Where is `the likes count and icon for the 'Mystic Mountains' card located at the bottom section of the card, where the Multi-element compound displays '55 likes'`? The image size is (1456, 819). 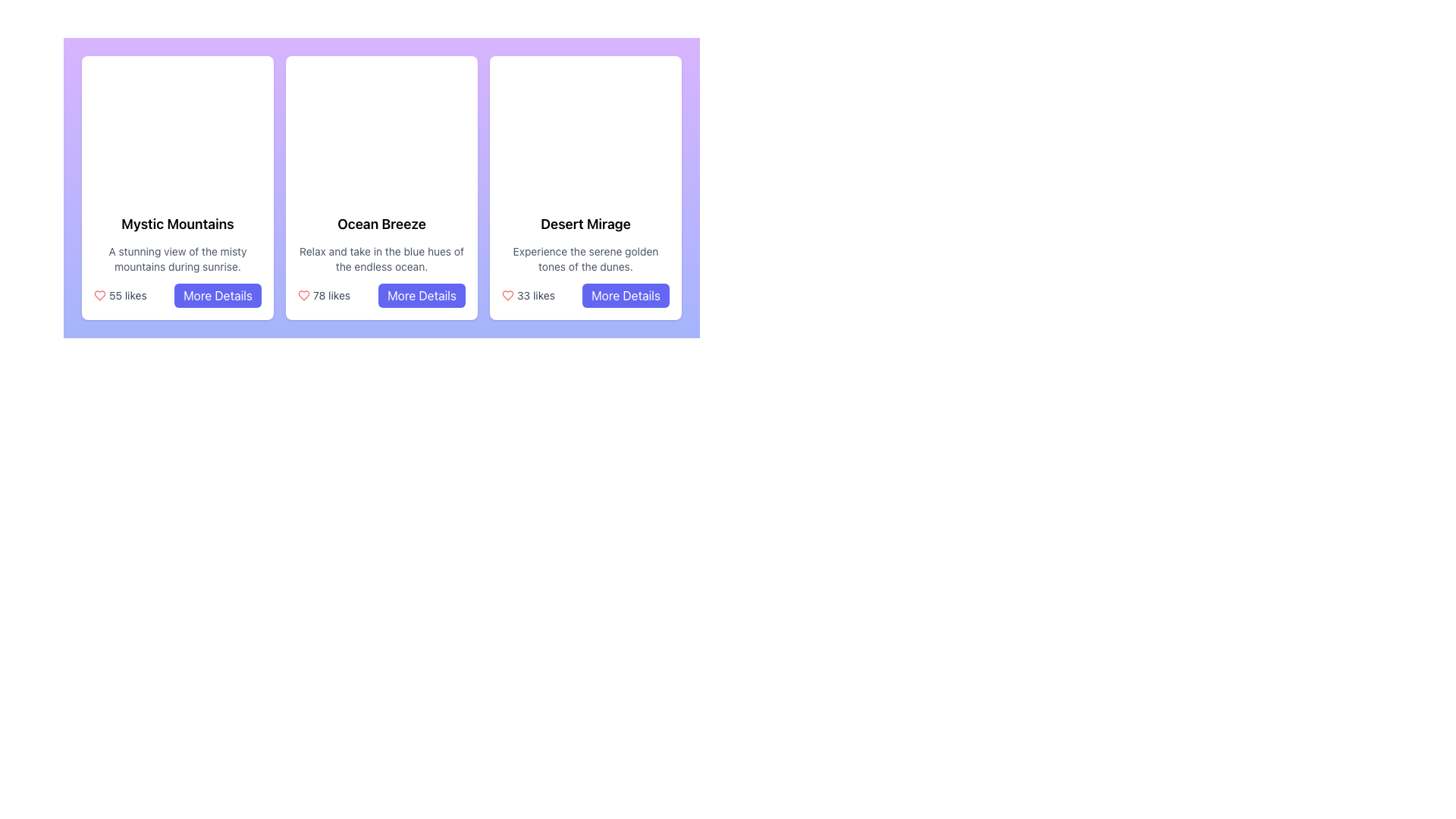
the likes count and icon for the 'Mystic Mountains' card located at the bottom section of the card, where the Multi-element compound displays '55 likes' is located at coordinates (177, 295).